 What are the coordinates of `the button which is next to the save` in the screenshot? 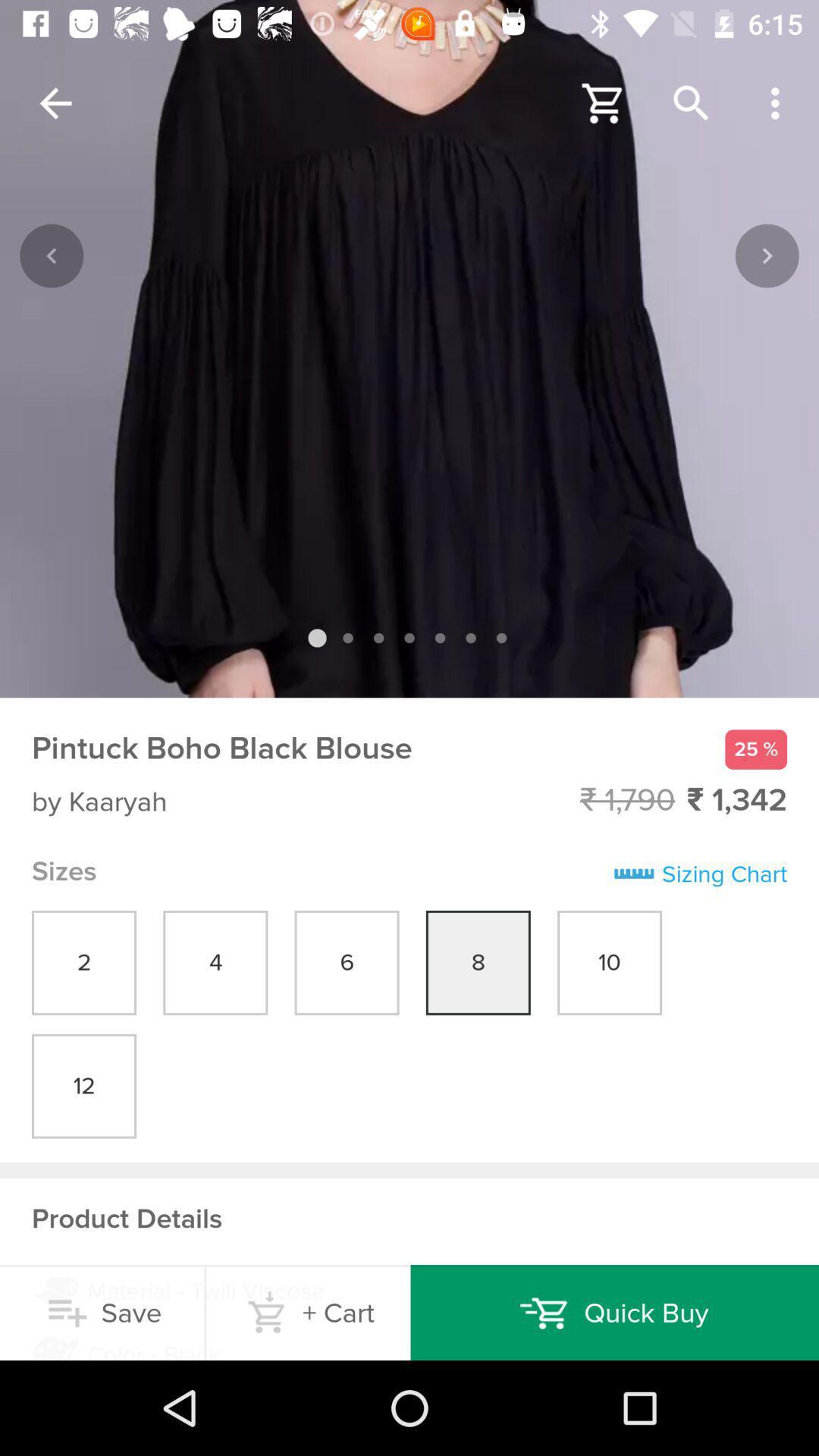 It's located at (308, 1312).